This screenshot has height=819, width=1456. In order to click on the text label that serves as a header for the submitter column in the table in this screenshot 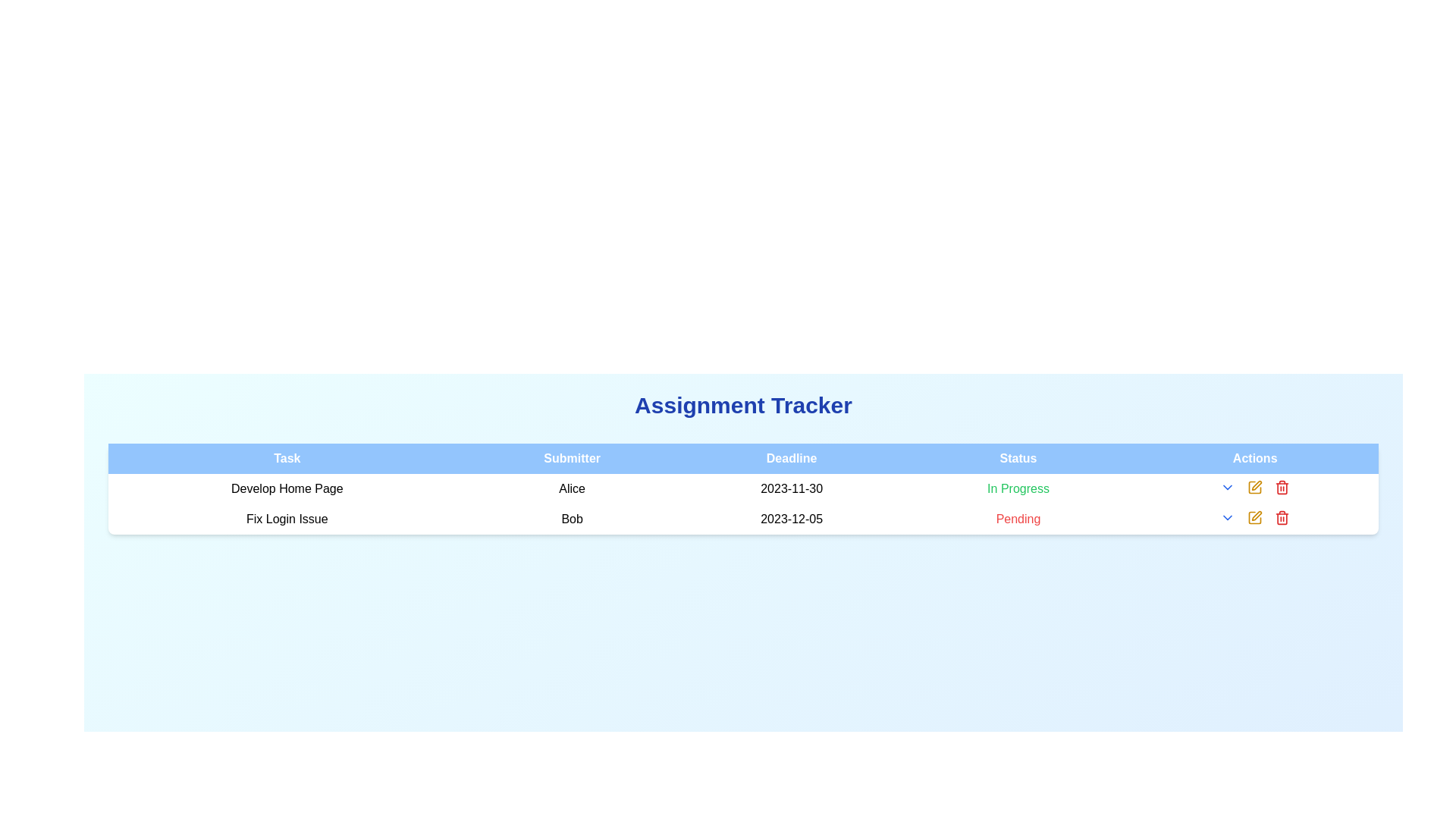, I will do `click(571, 458)`.